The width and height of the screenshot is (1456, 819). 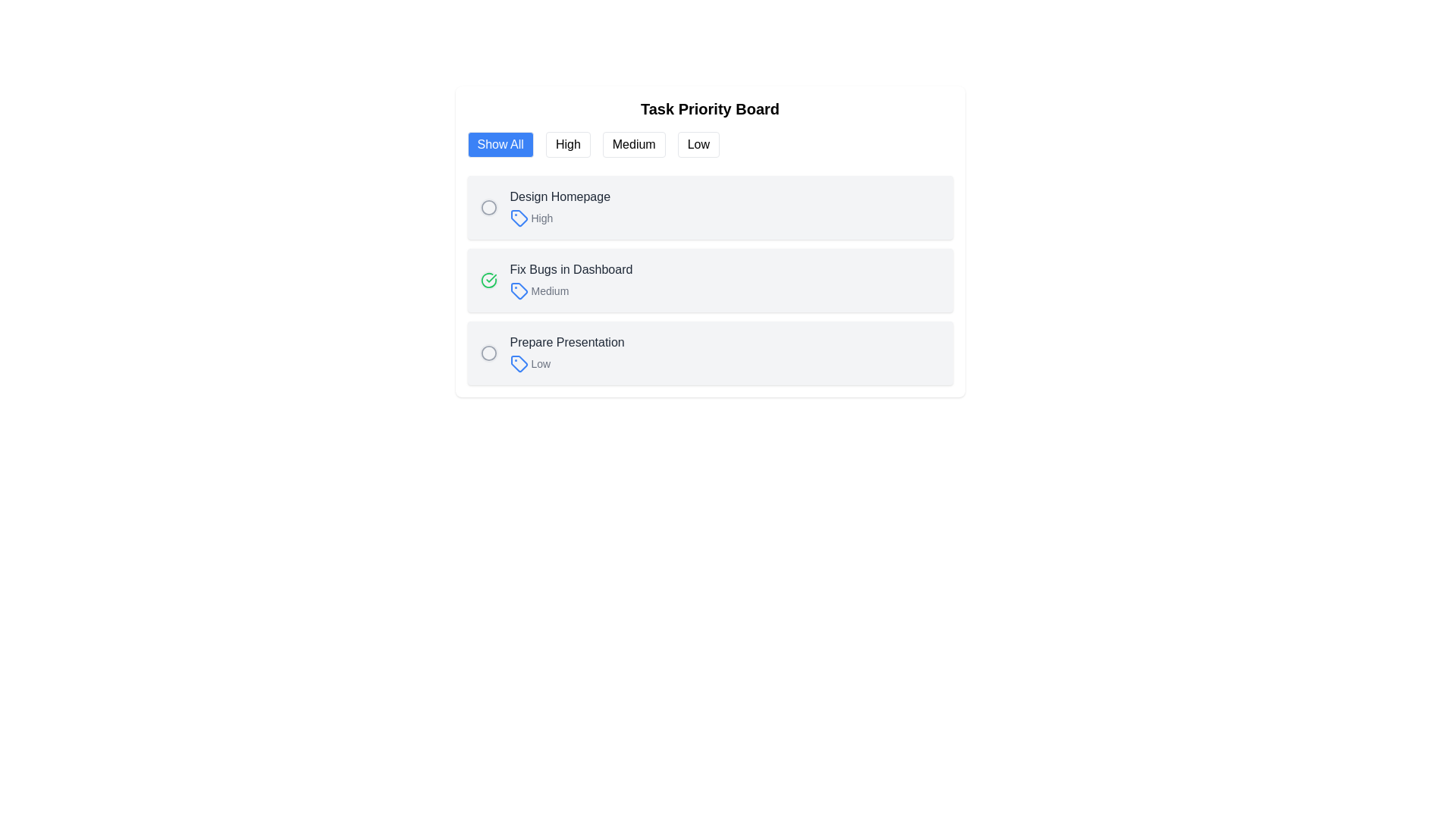 I want to click on the 'Low' button, which is the fourth button in a horizontal group, to trigger any potential tooltip or styling effects, so click(x=698, y=145).